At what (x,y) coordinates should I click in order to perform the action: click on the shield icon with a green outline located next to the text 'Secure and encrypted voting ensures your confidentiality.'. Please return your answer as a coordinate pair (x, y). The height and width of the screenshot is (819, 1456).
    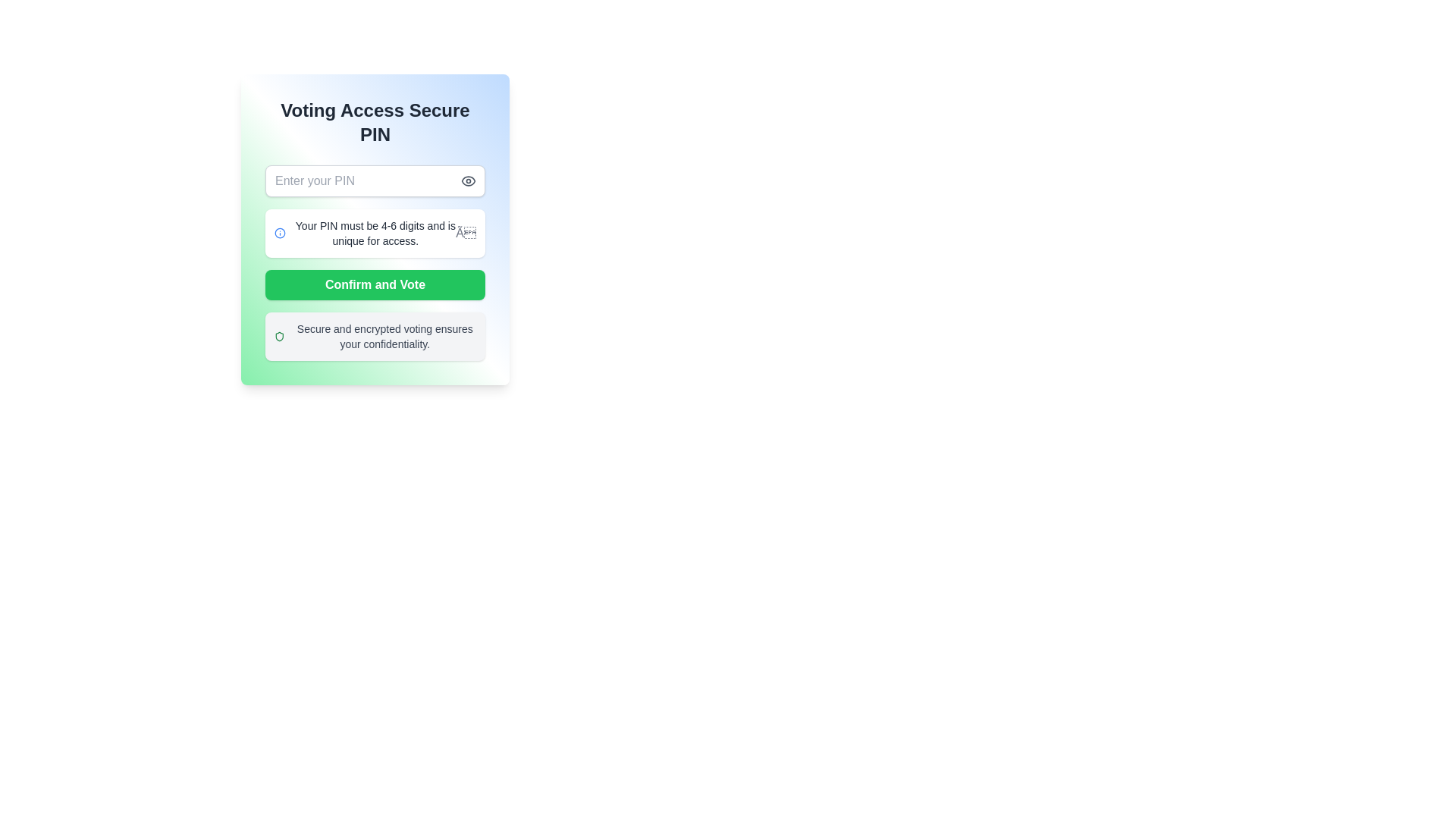
    Looking at the image, I should click on (279, 335).